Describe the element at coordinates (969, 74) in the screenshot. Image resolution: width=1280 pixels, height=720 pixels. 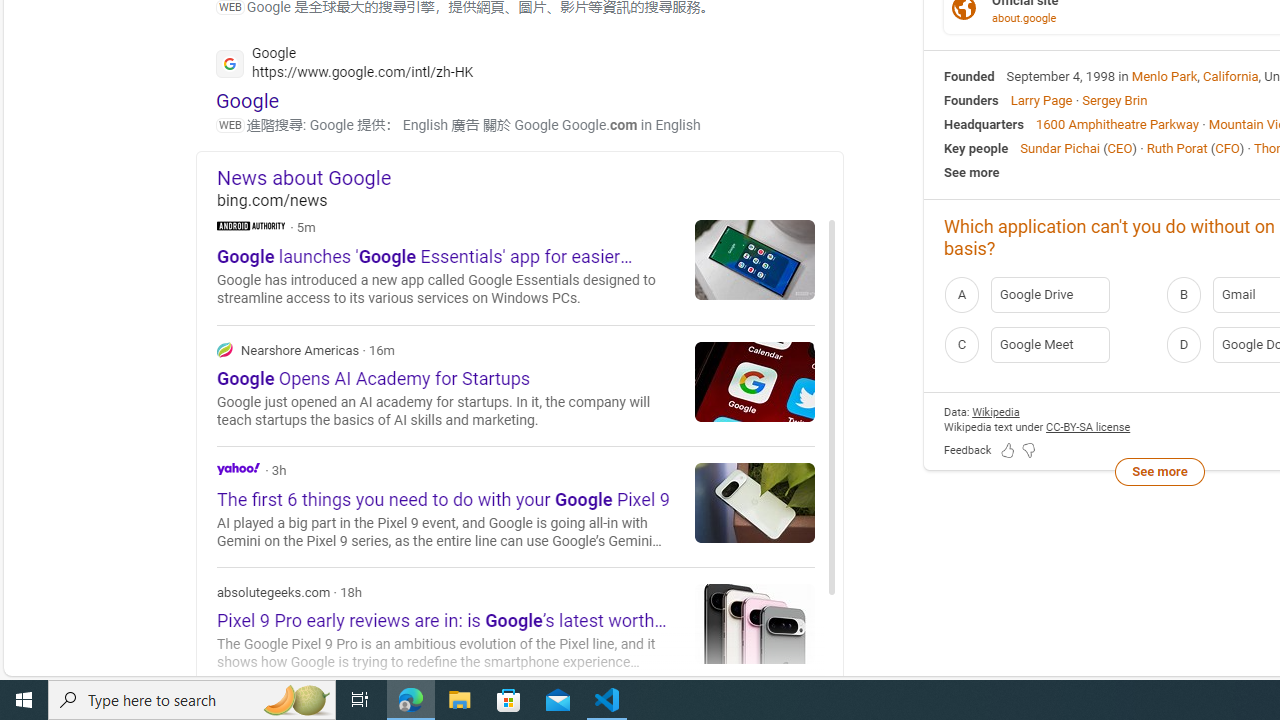
I see `'Founded'` at that location.